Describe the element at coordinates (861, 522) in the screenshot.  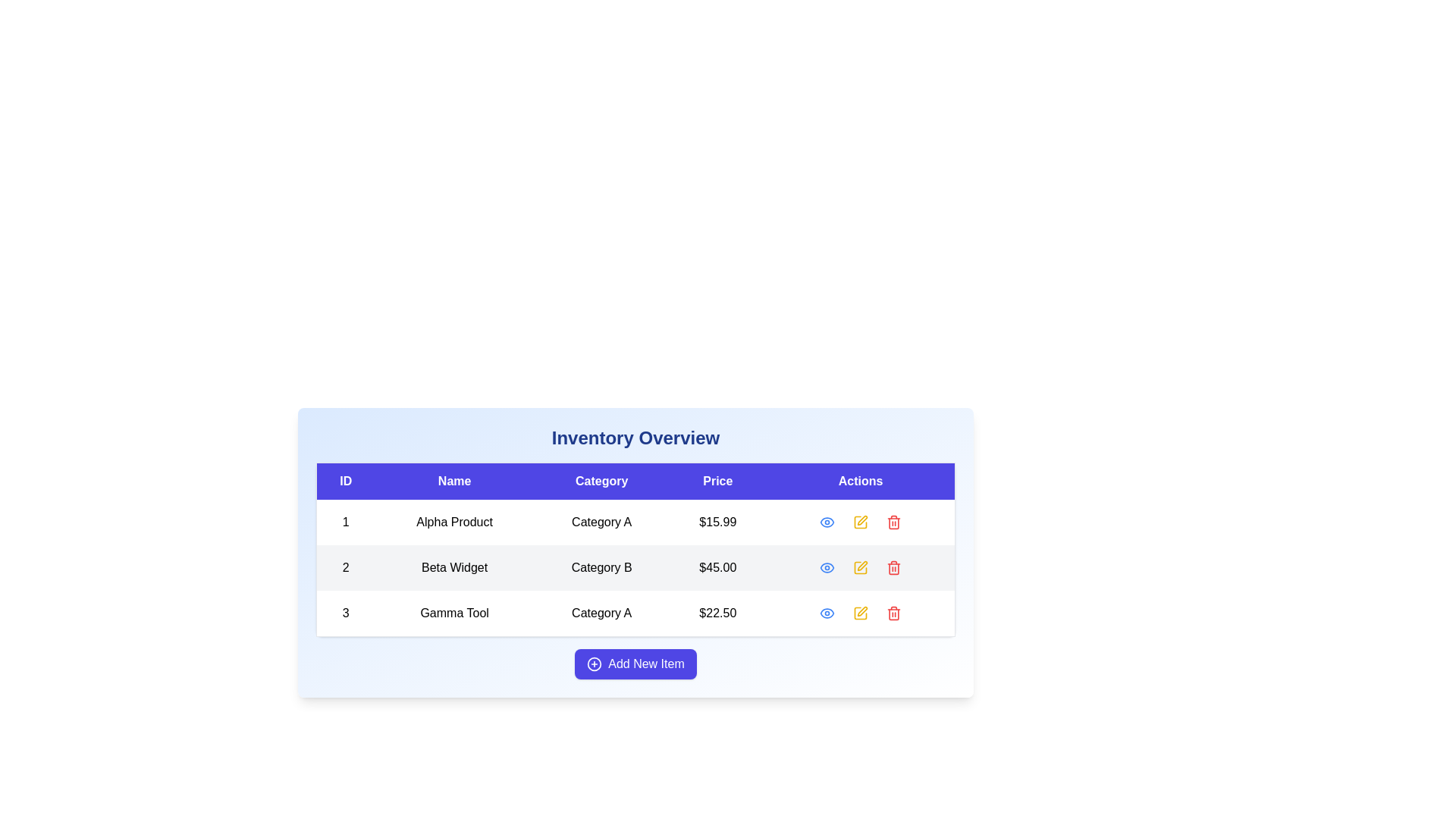
I see `the square outline button in the 'Actions' column of the third row` at that location.